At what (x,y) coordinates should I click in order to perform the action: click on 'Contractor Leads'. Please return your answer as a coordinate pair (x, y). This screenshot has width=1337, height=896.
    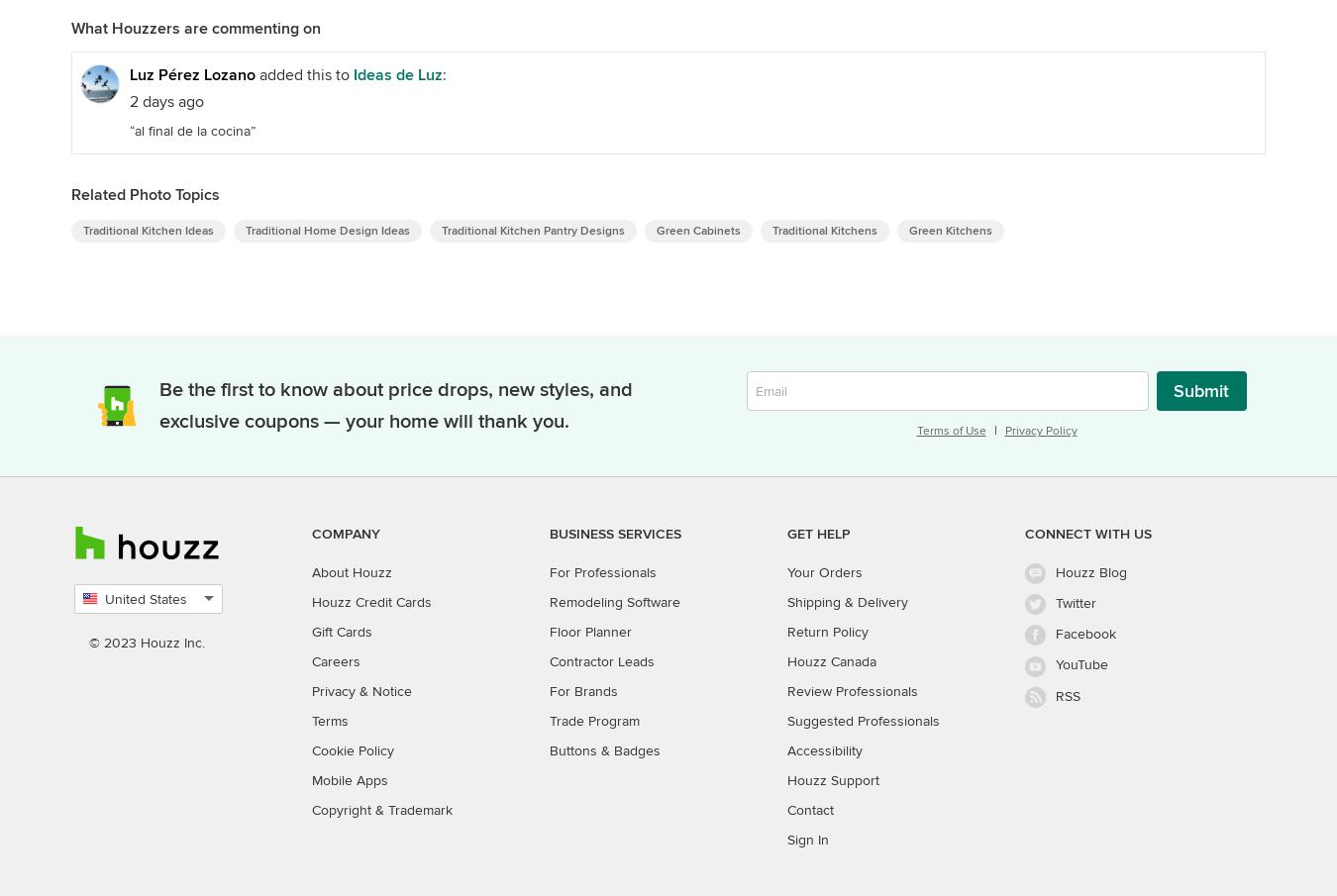
    Looking at the image, I should click on (602, 661).